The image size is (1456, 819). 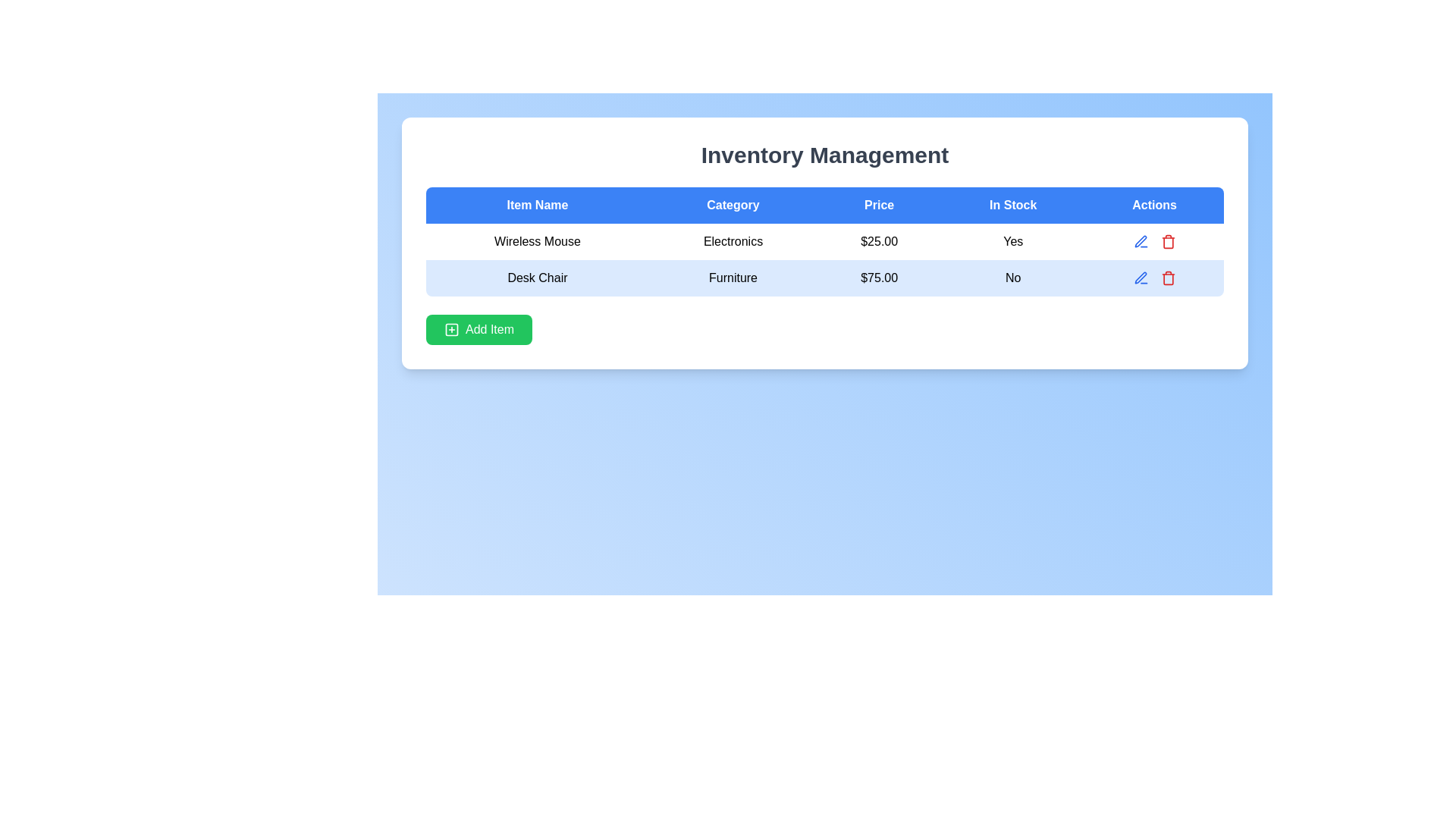 What do you see at coordinates (824, 241) in the screenshot?
I see `the first row of the inventory table that lists the product 'Wireless Mouse', displaying its category as 'Electronics', price as '$25.00', and stock status as 'Yes'` at bounding box center [824, 241].